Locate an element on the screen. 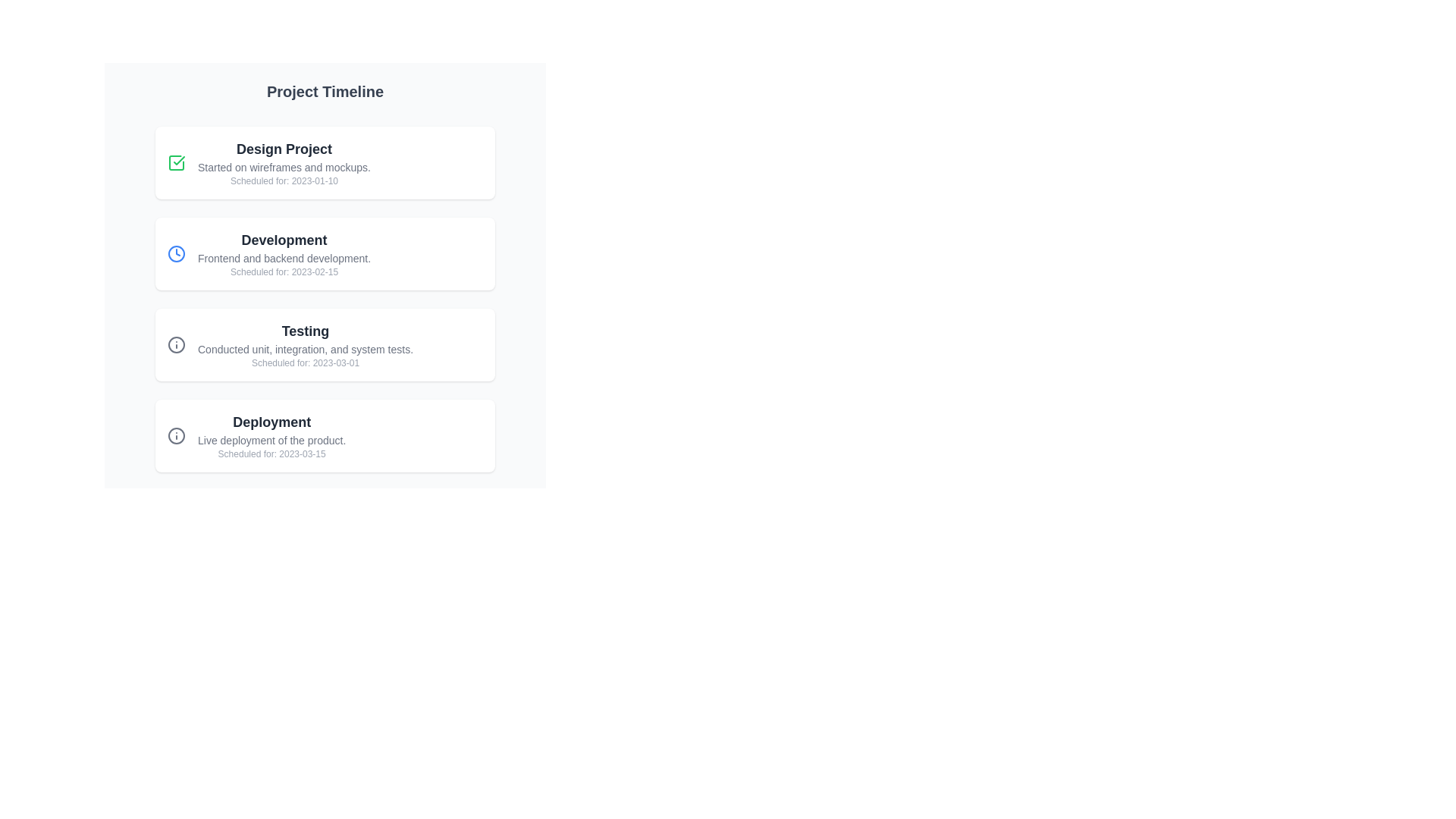  the label that serves as the title for the 'Development' section, which is located between the 'Design Project' box and the 'Testing' box is located at coordinates (284, 239).